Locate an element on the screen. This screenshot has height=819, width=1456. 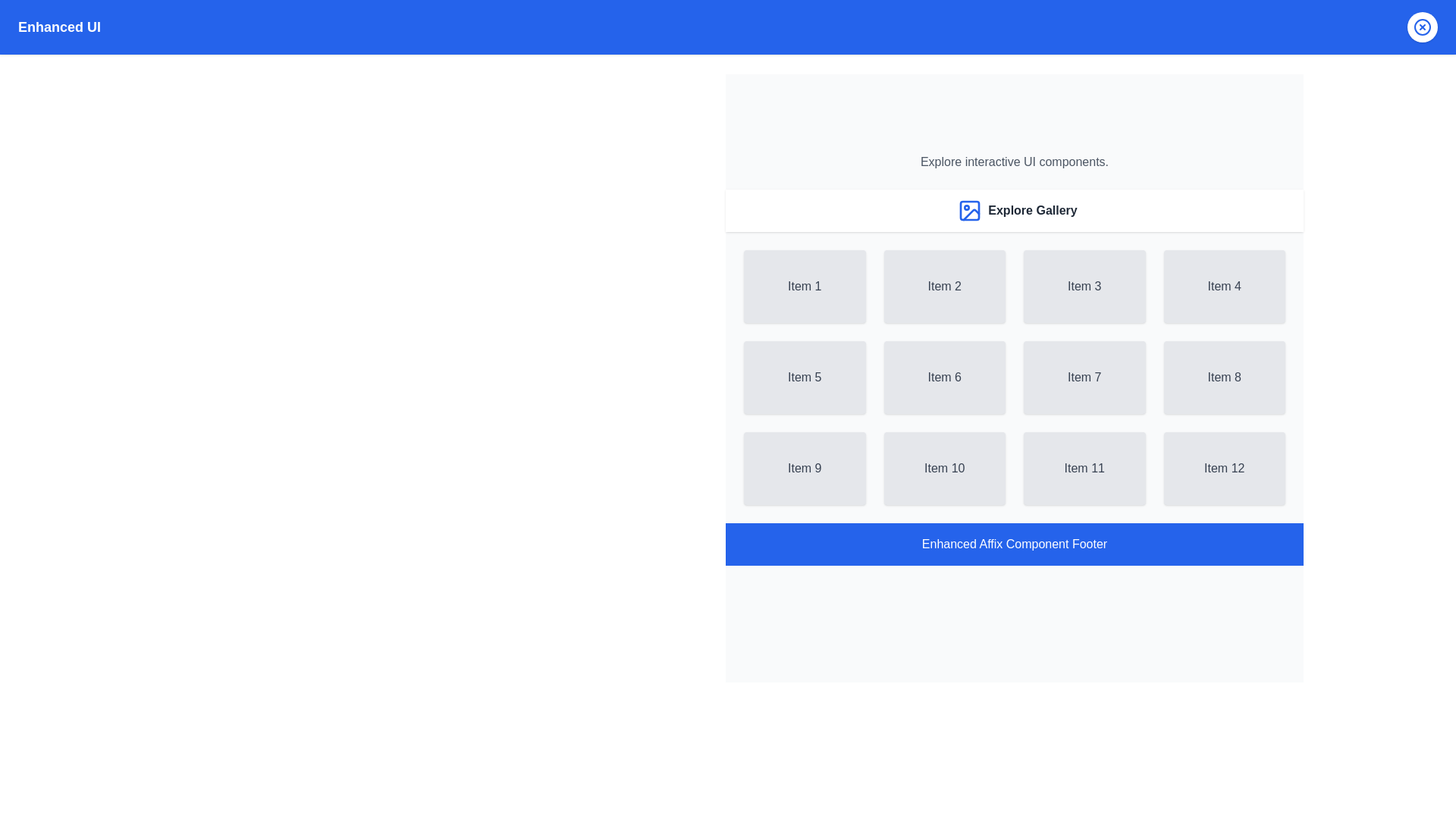
the static text display component labeled 'Item 8' located in the second row, fourth column of the grid layout is located at coordinates (1224, 376).